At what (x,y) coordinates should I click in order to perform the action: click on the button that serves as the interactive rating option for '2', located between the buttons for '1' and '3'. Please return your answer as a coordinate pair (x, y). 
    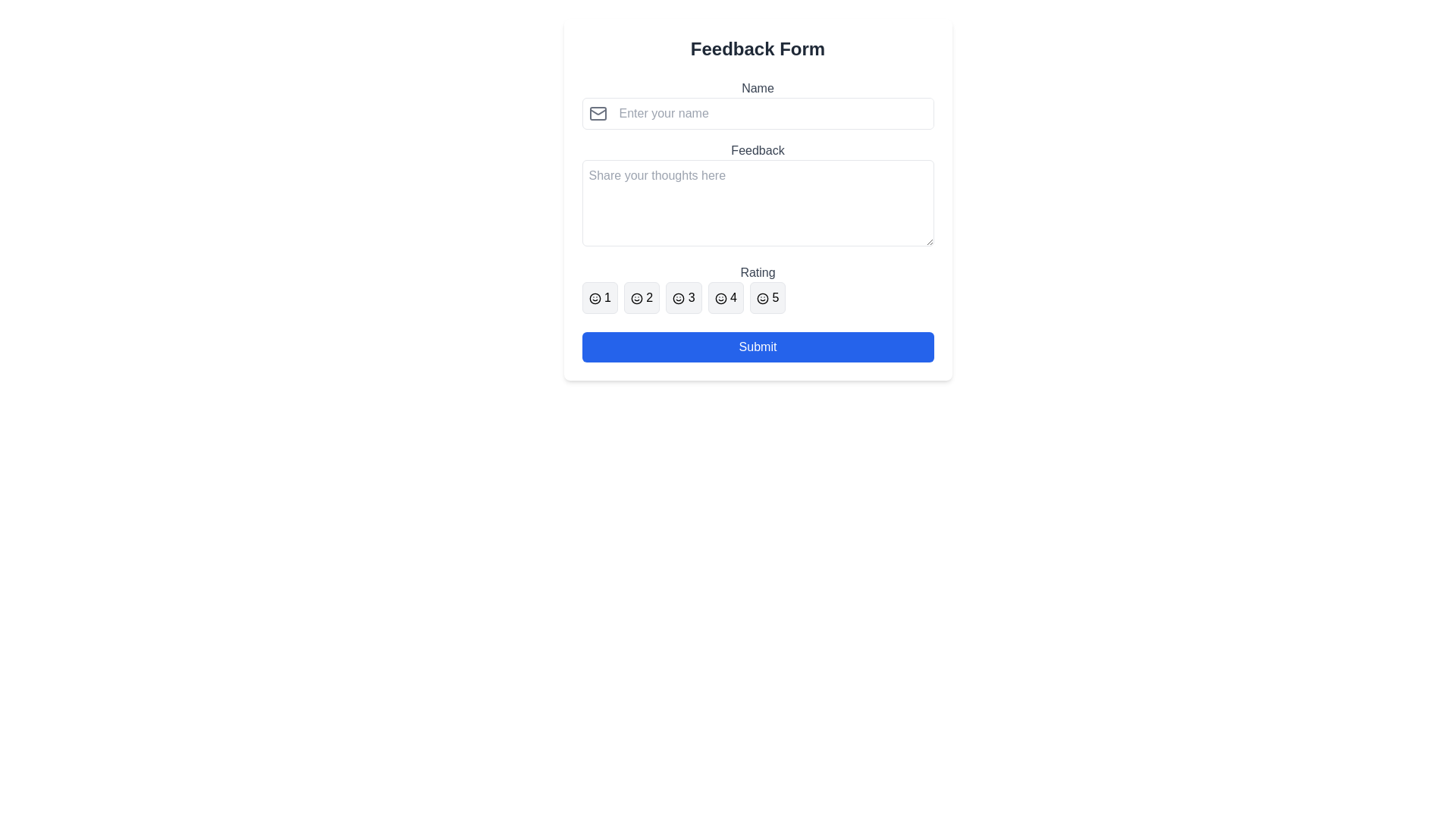
    Looking at the image, I should click on (642, 298).